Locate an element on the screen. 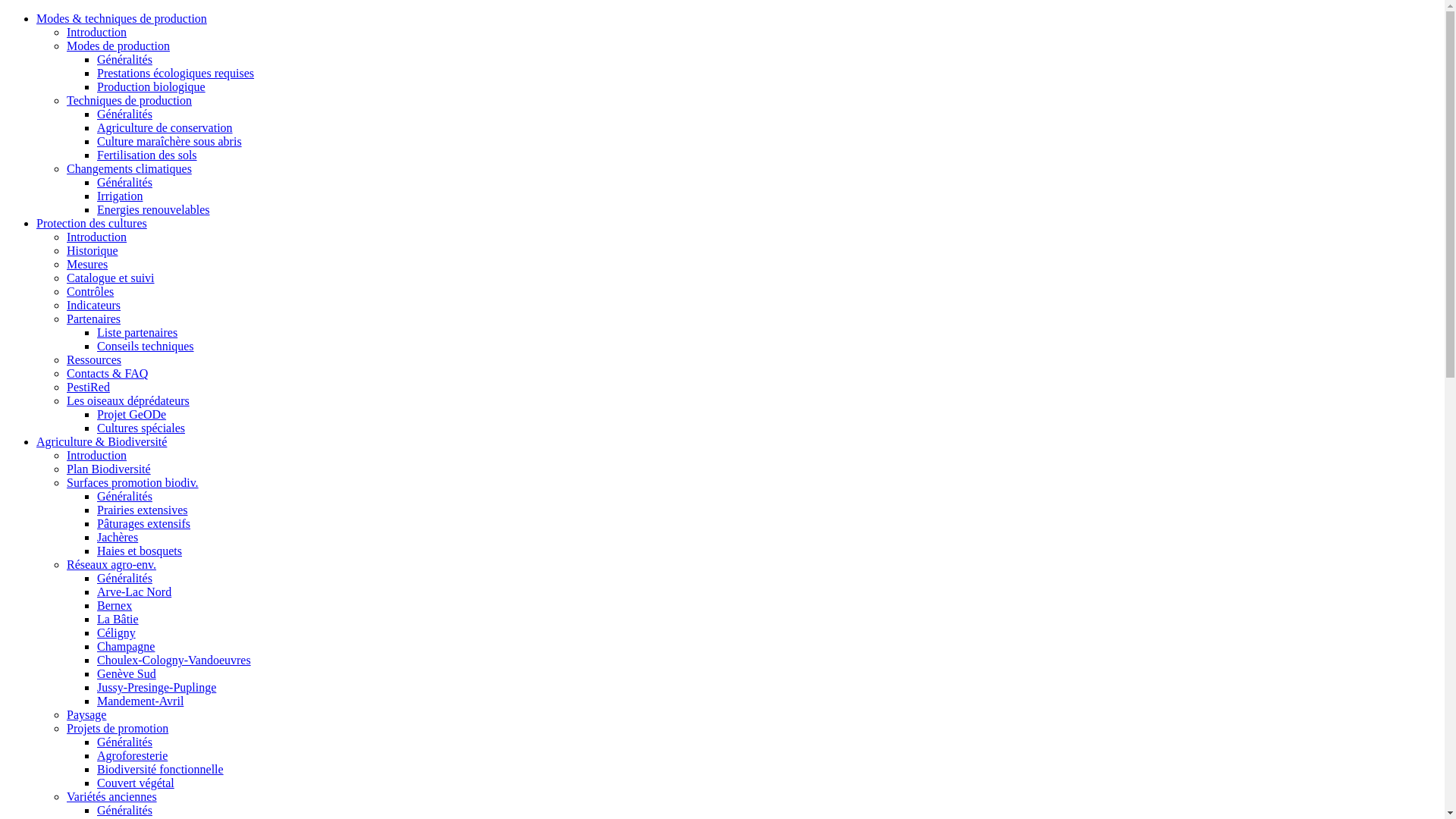 The width and height of the screenshot is (1456, 819). 'PestiRed' is located at coordinates (87, 386).